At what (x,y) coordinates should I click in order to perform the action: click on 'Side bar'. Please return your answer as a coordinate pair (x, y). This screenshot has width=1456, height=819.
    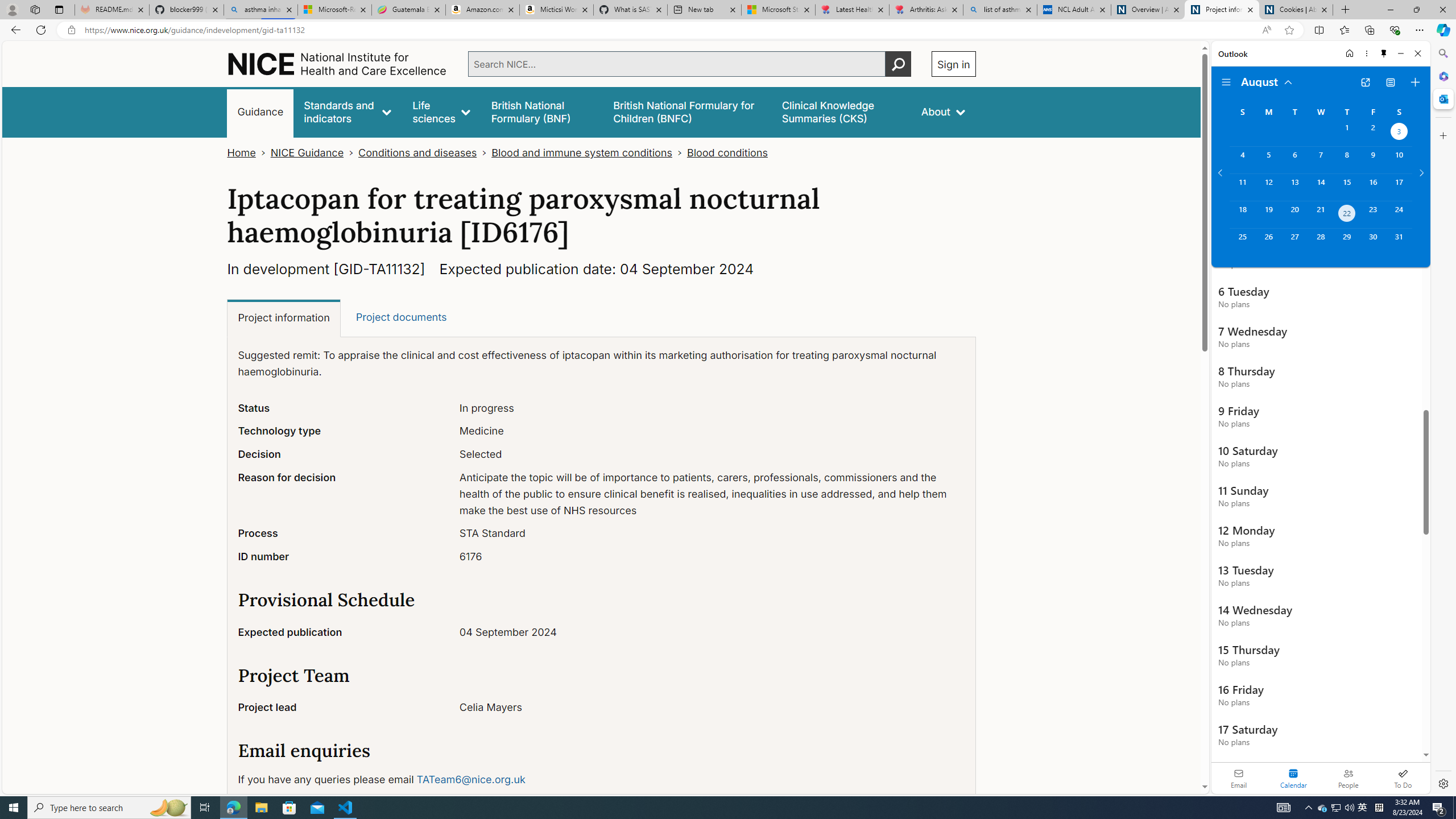
    Looking at the image, I should click on (1443, 418).